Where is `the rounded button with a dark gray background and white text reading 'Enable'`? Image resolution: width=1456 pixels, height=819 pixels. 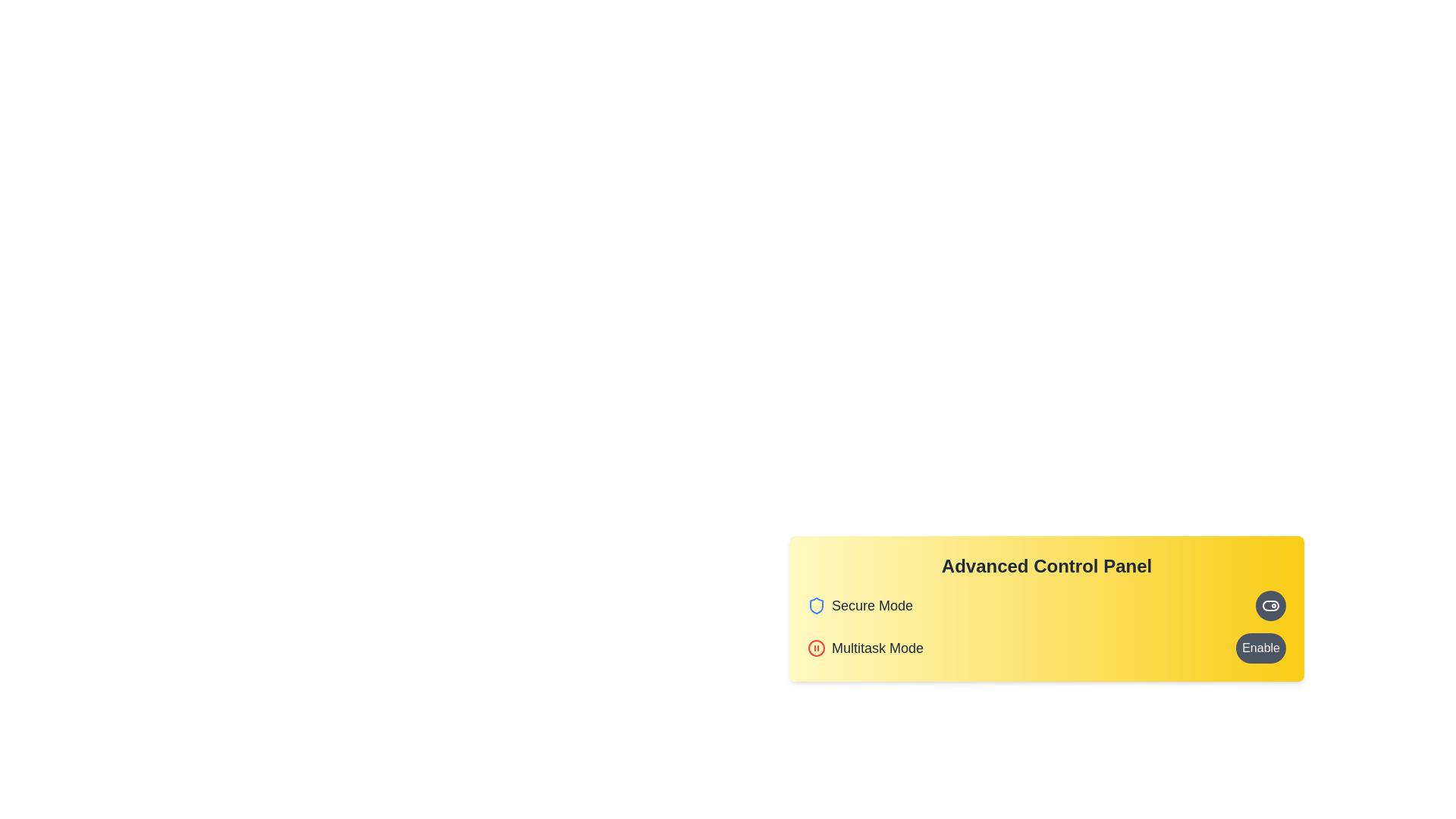 the rounded button with a dark gray background and white text reading 'Enable' is located at coordinates (1260, 648).